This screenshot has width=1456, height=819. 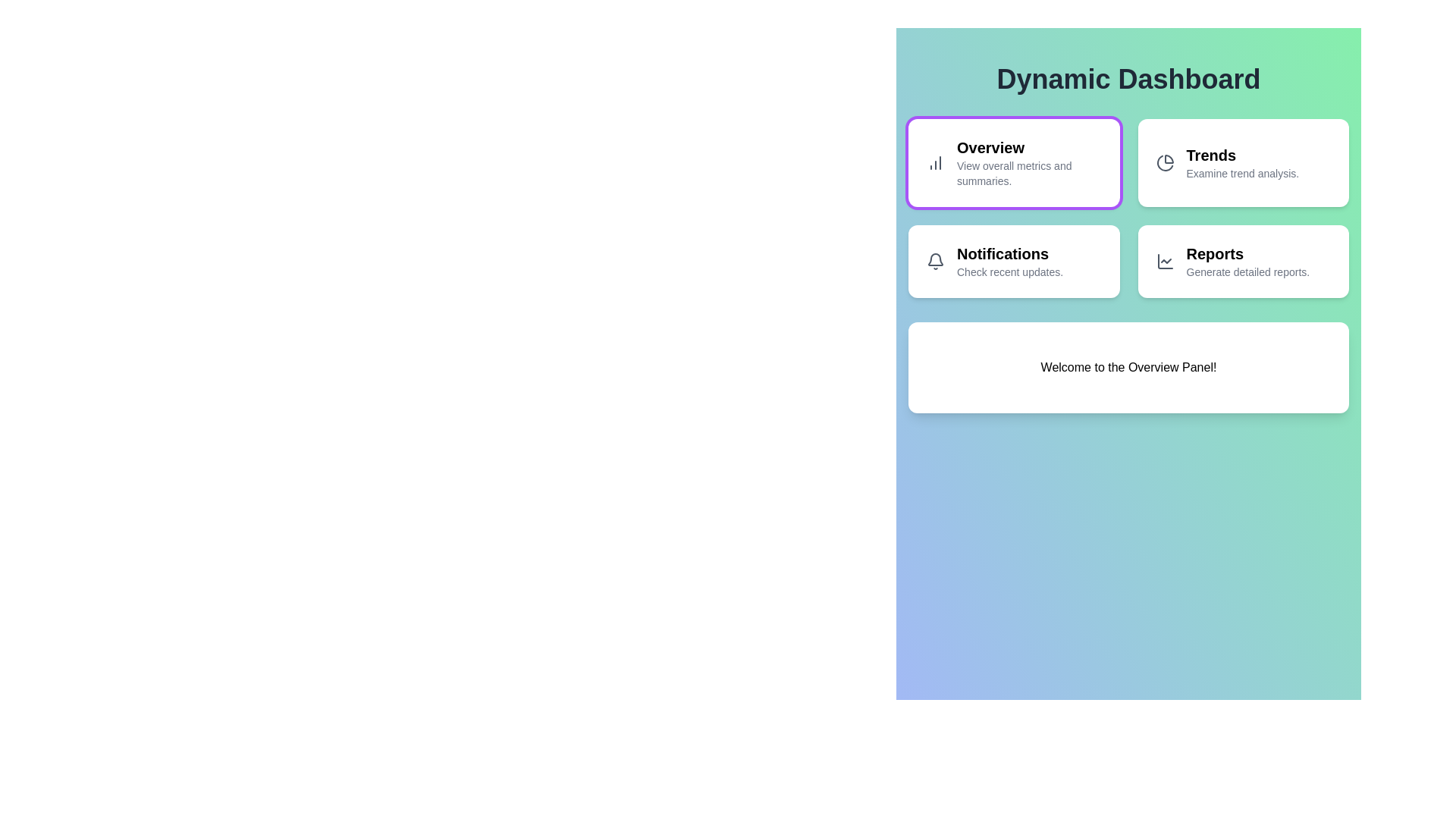 I want to click on the Overview panel by clicking its button, so click(x=1014, y=163).